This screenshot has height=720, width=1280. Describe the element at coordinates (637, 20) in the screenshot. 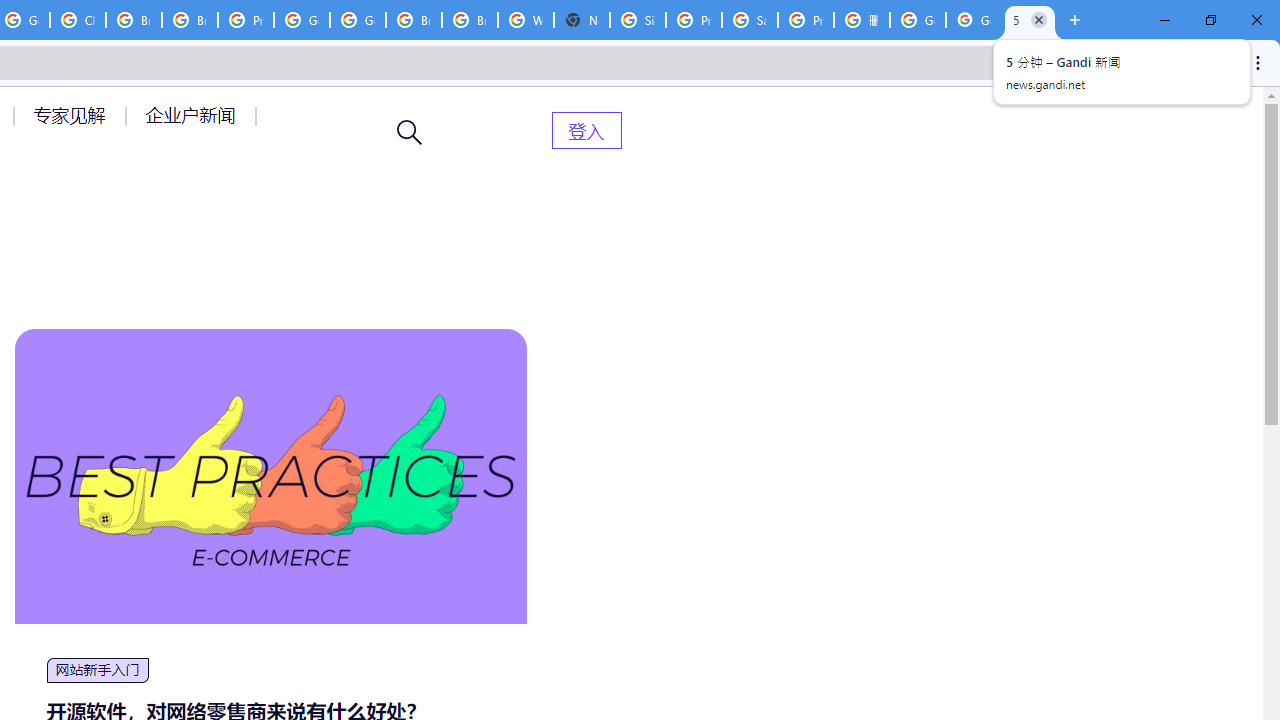

I see `'Sign in - Google Accounts'` at that location.